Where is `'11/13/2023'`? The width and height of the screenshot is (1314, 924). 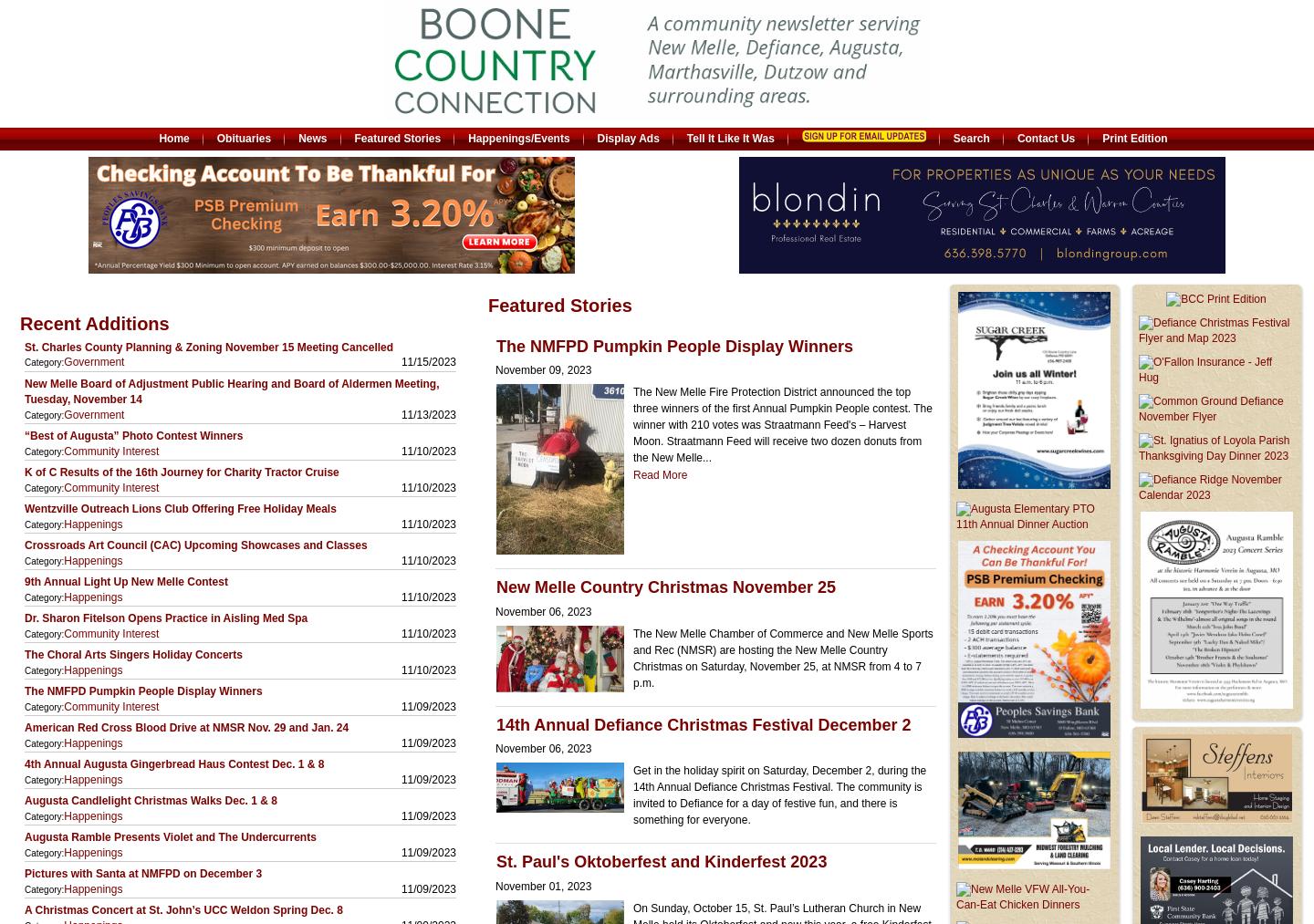 '11/13/2023' is located at coordinates (428, 413).